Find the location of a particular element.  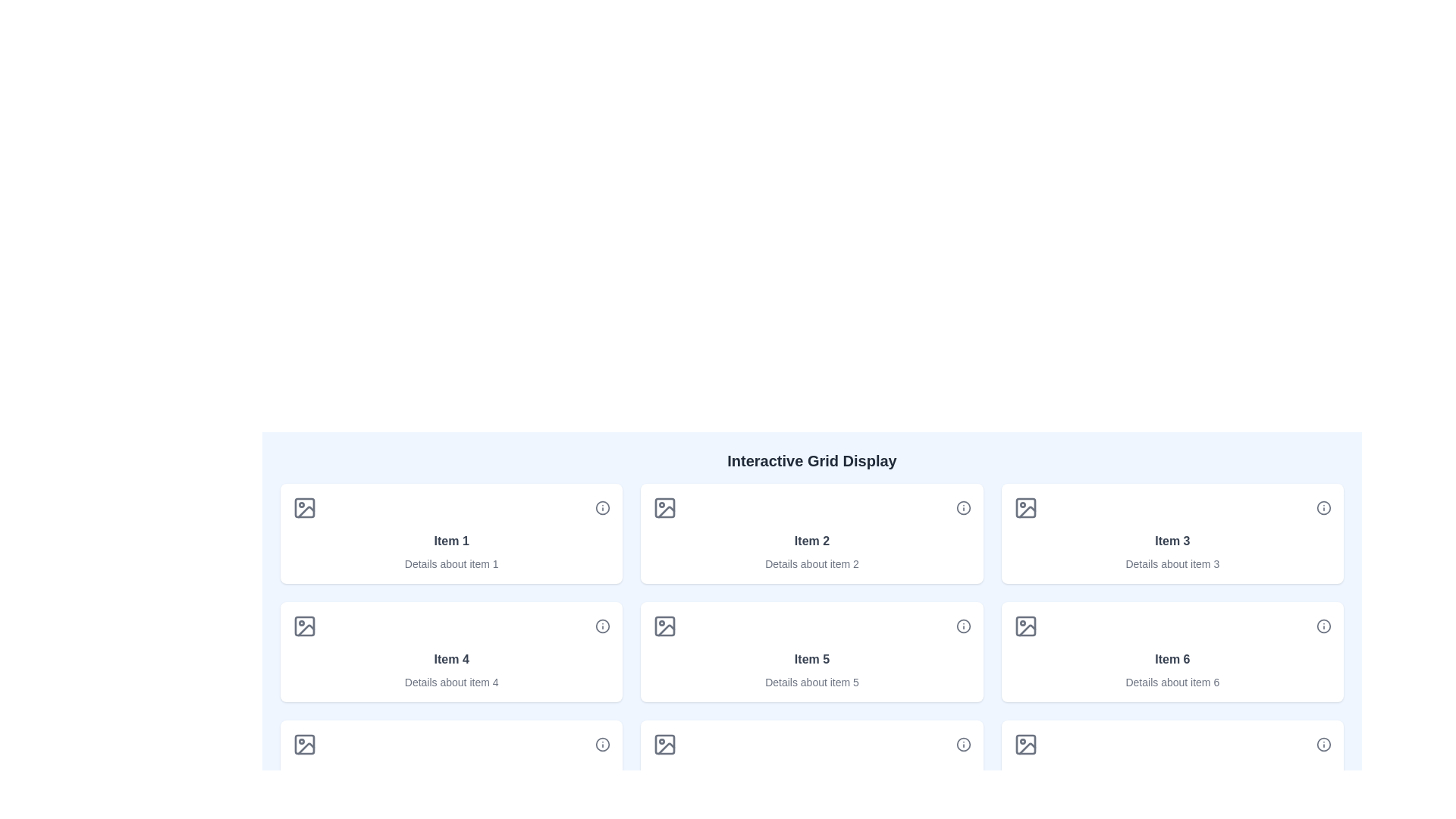

the photograph icon in the bottom-right corner of the grid section labeled 'Item 6' is located at coordinates (1025, 744).